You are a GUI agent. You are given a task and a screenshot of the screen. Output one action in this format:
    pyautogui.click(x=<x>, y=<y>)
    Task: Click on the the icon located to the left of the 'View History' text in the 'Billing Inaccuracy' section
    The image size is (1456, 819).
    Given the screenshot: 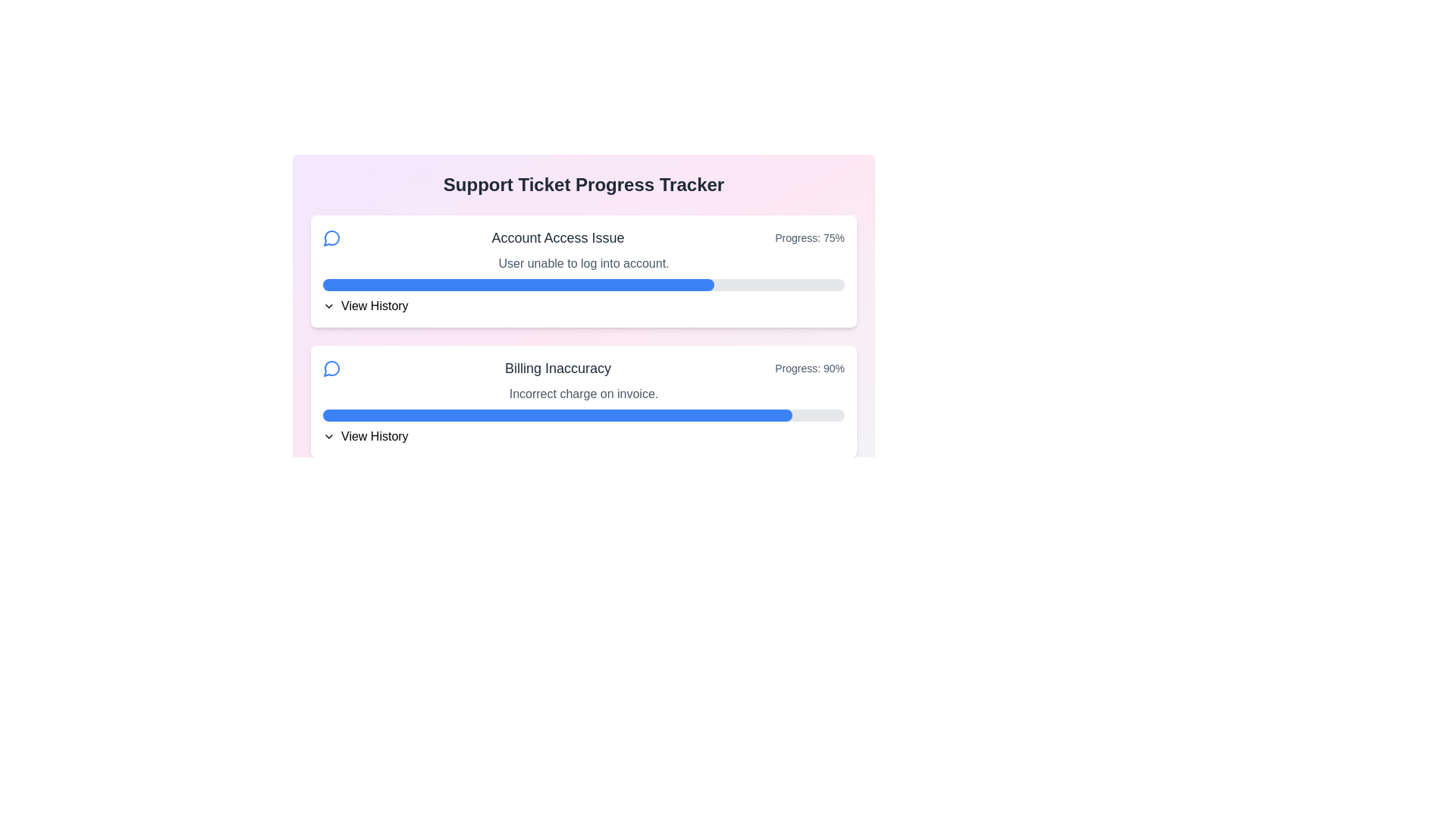 What is the action you would take?
    pyautogui.click(x=328, y=436)
    